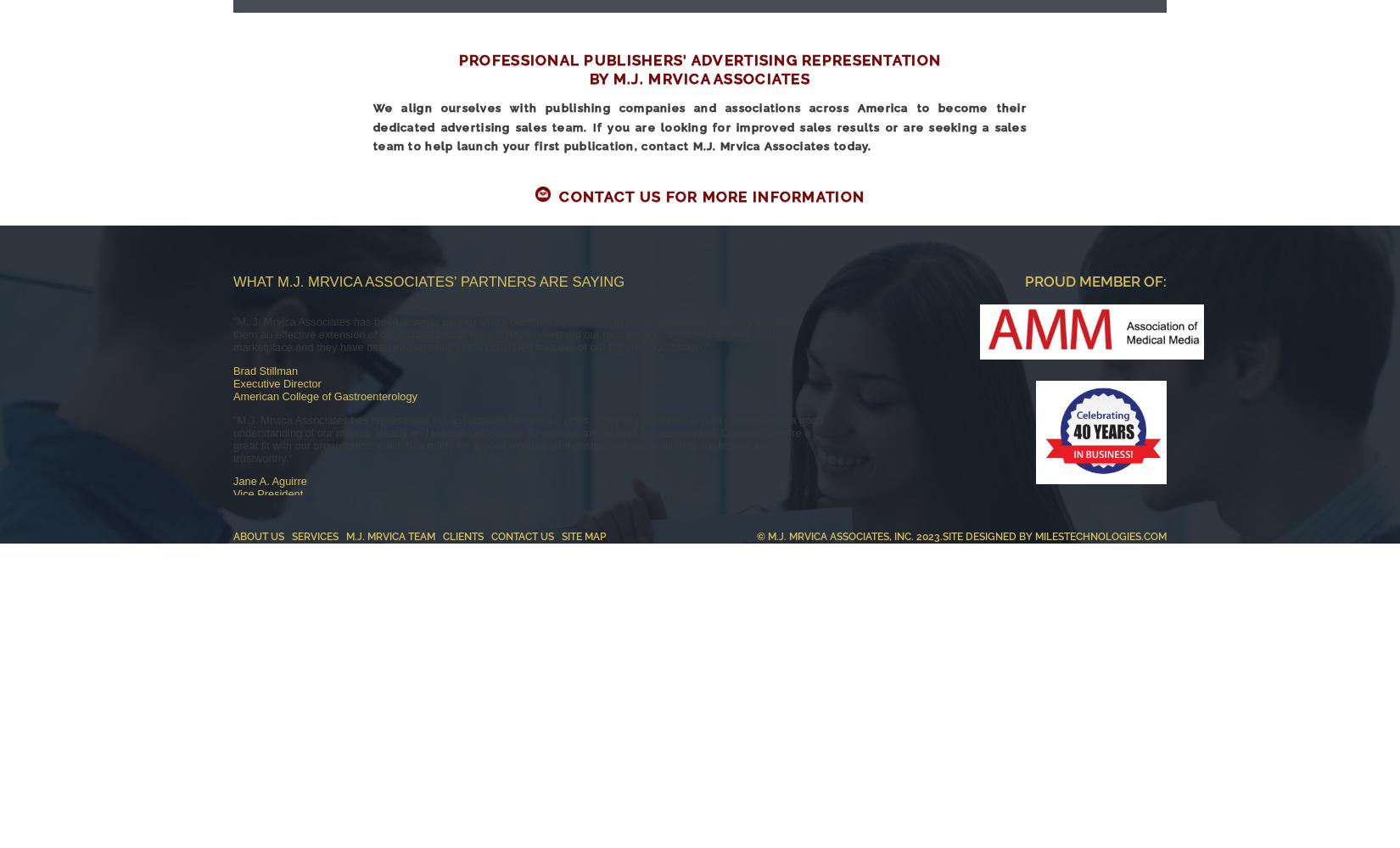 The image size is (1400, 848). Describe the element at coordinates (700, 127) in the screenshot. I see `'We align ourselves with publishing companies and associations across America to become their dedicated advertising sales team.  If you are looking for improved sales results or are seeking a sales team to help launch your first publication, contact M.J. Mrvica Associates today.'` at that location.